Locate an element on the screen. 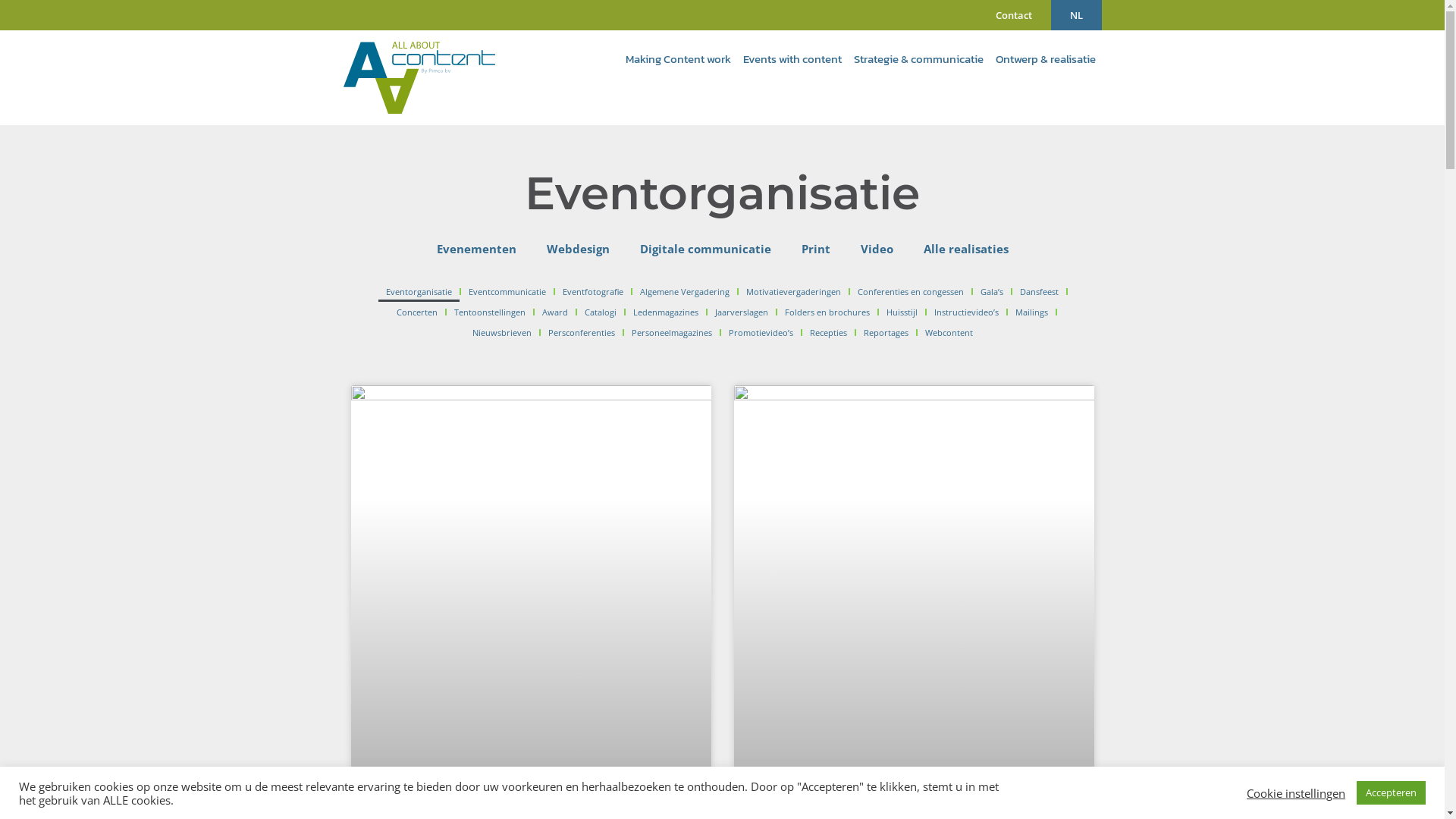 The height and width of the screenshot is (819, 1456). 'Eventcommunicatie' is located at coordinates (506, 291).